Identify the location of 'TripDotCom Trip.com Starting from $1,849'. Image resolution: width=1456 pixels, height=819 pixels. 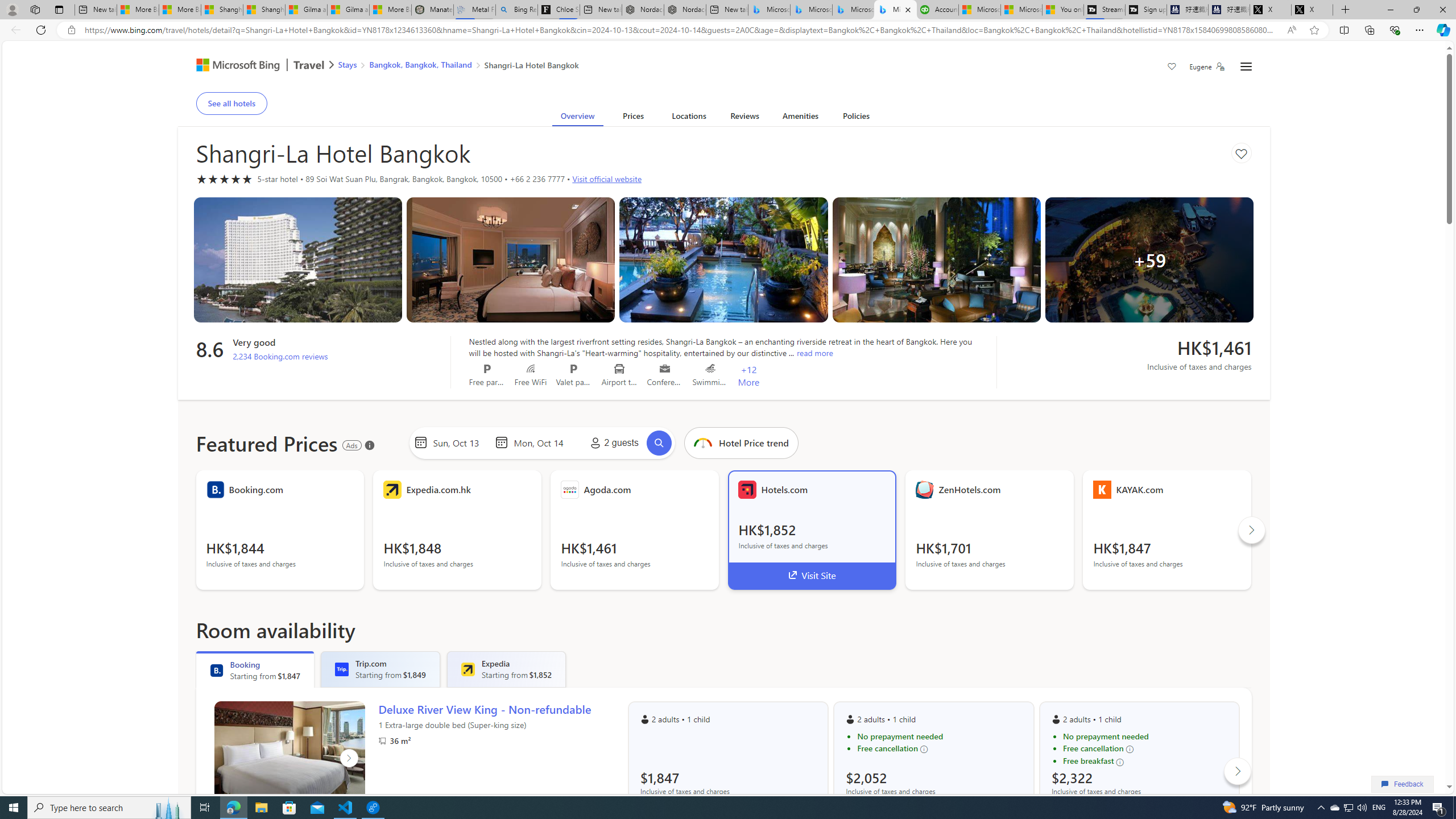
(380, 669).